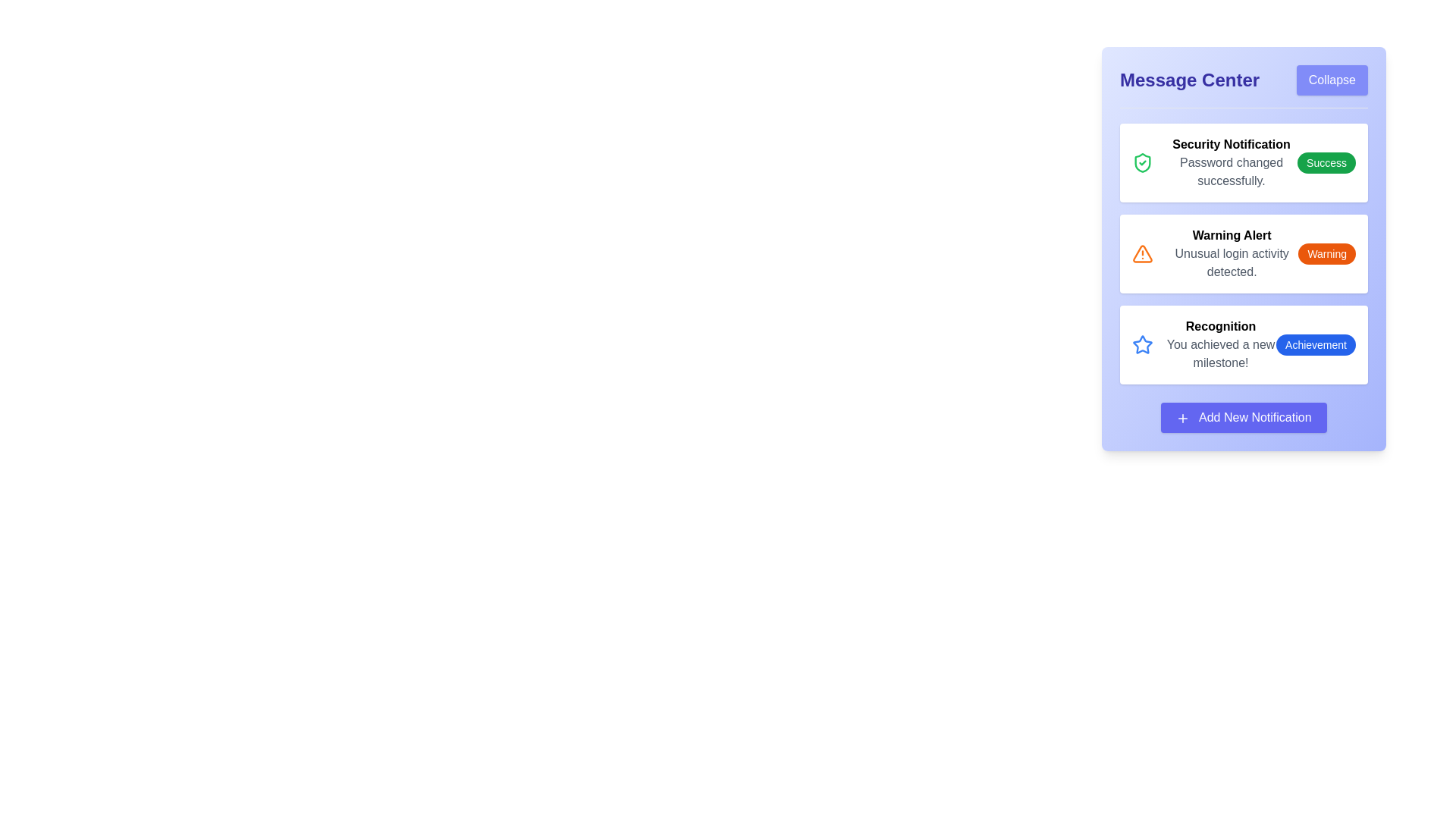 This screenshot has width=1456, height=819. What do you see at coordinates (1315, 345) in the screenshot?
I see `the 'Achievement' badge button with a vibrant blue background located in the 'Recognition' notification card` at bounding box center [1315, 345].